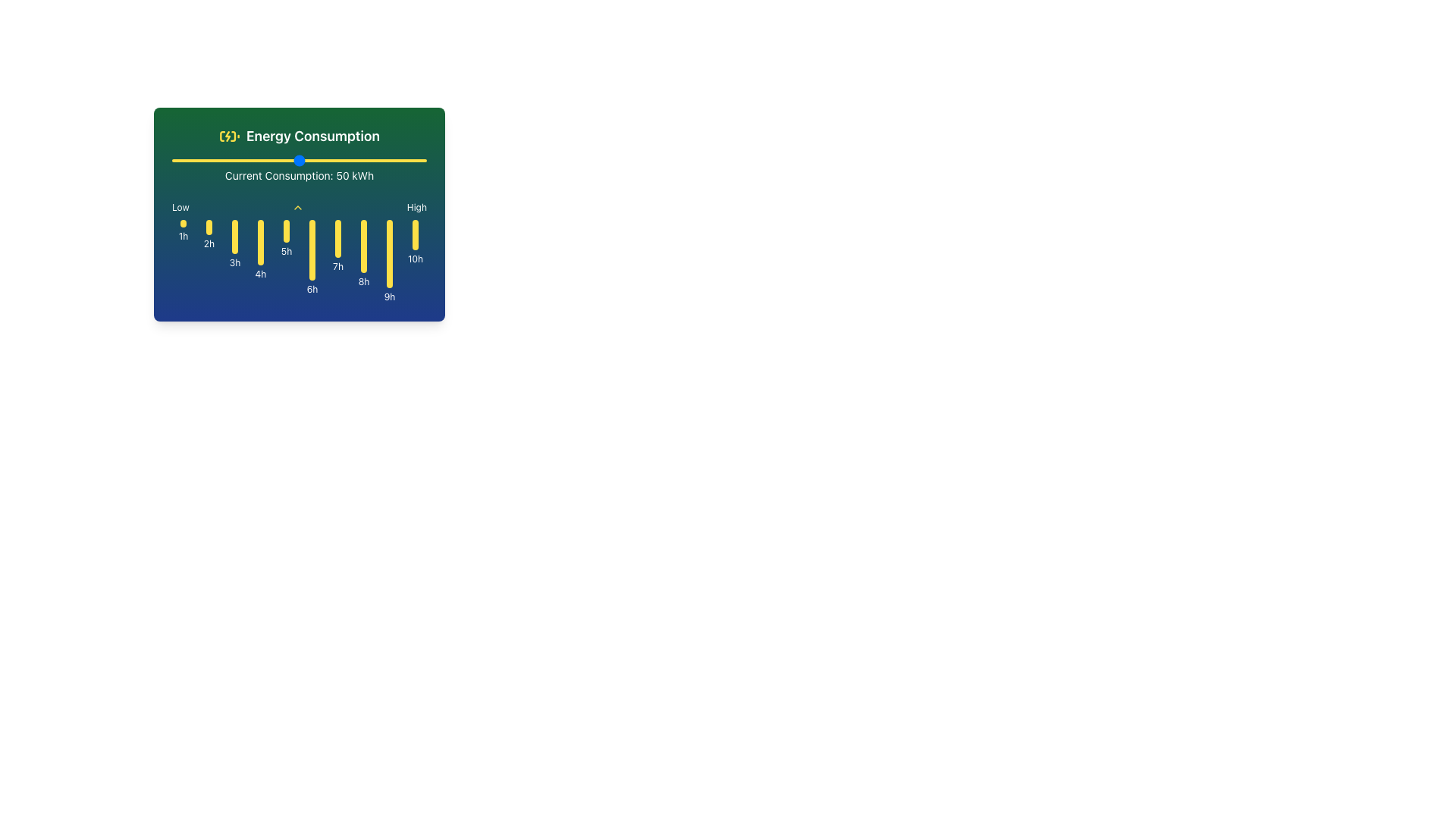 This screenshot has width=1456, height=819. I want to click on the fourth graphical data bar representing the 4-hour mark in the time series chart, so click(261, 260).